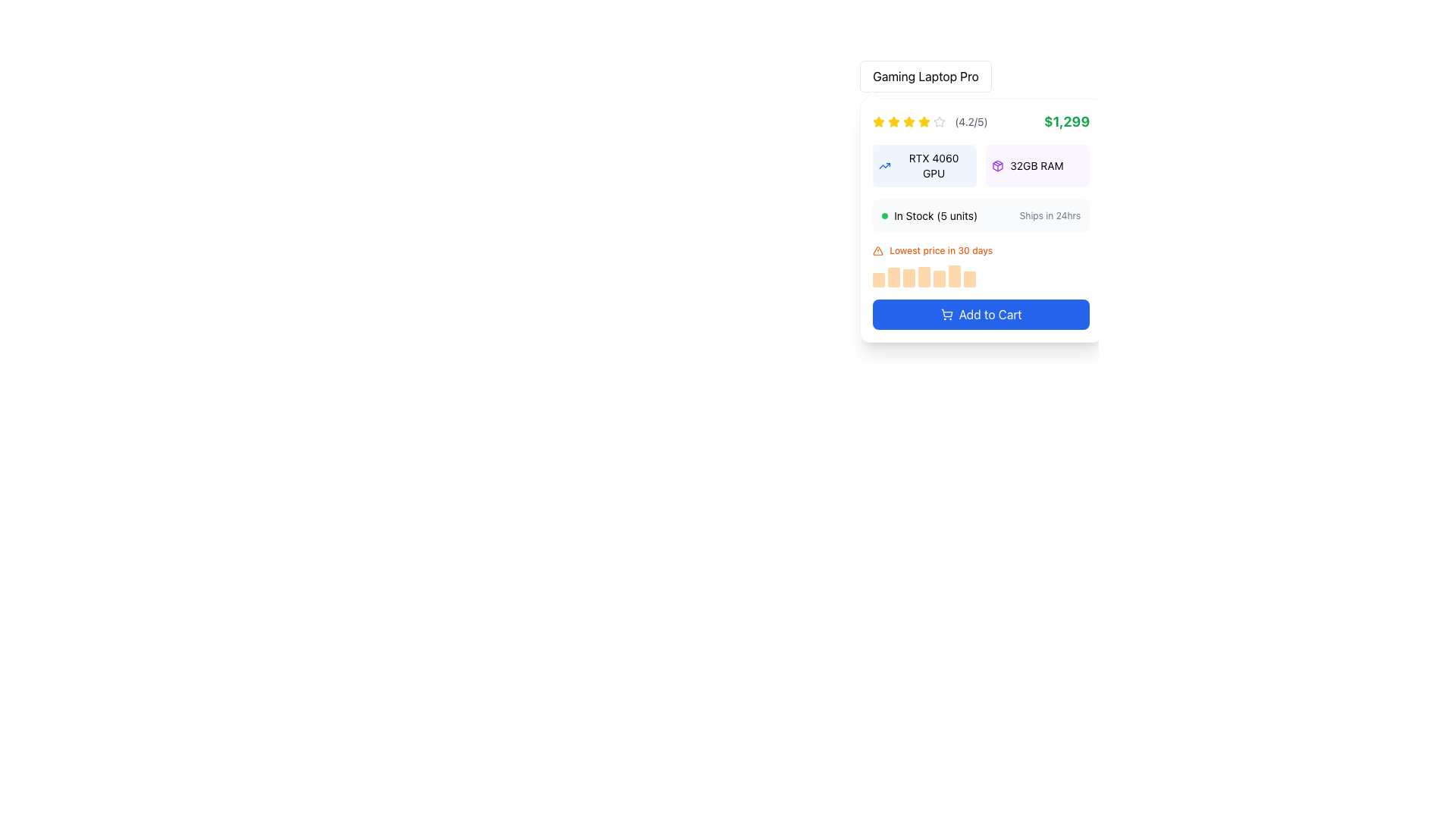  Describe the element at coordinates (998, 166) in the screenshot. I see `the purple package box icon located next to the text '32GB RAM', which is the first item in the horizontally aligned block` at that location.